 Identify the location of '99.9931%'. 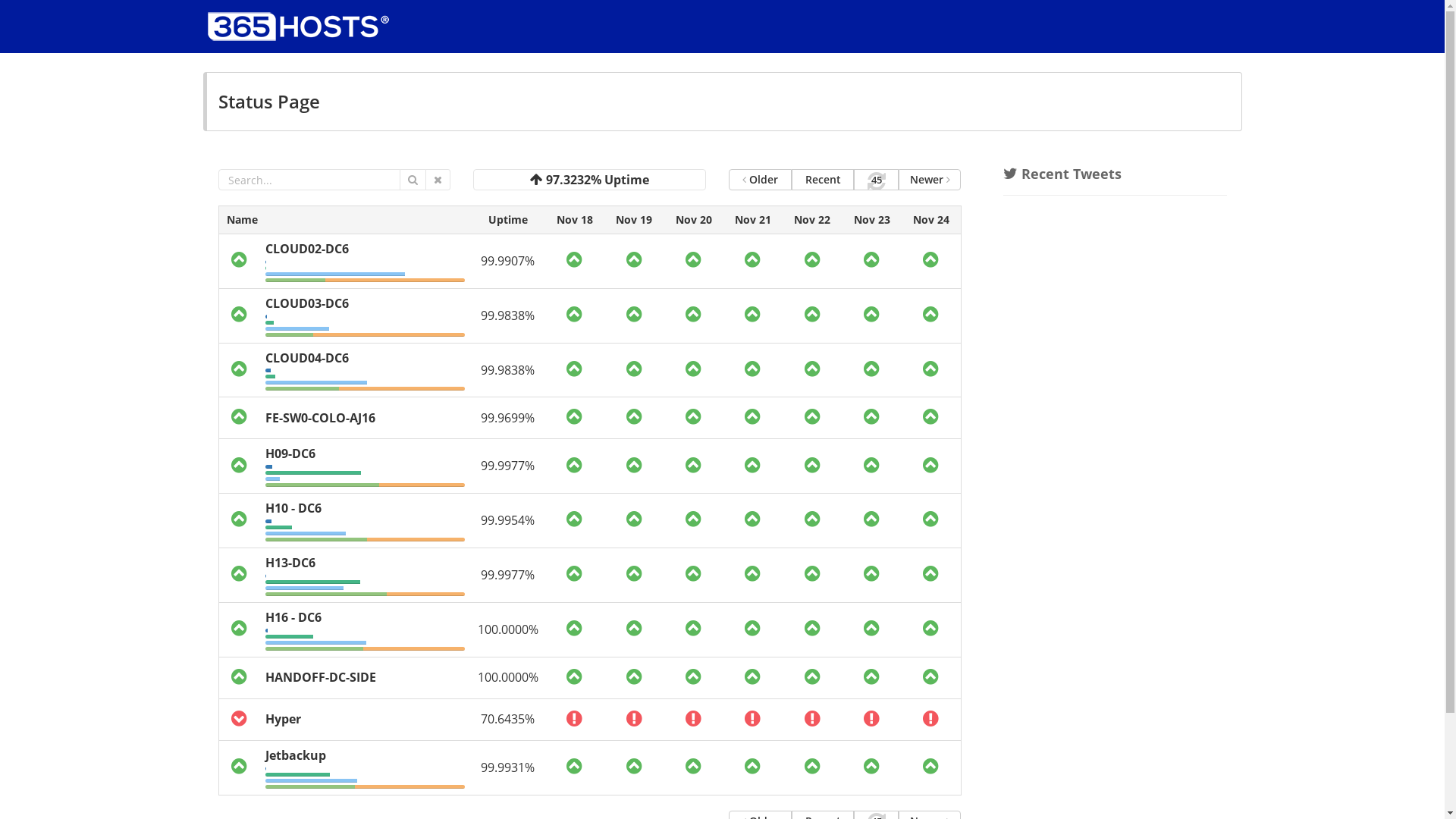
(479, 767).